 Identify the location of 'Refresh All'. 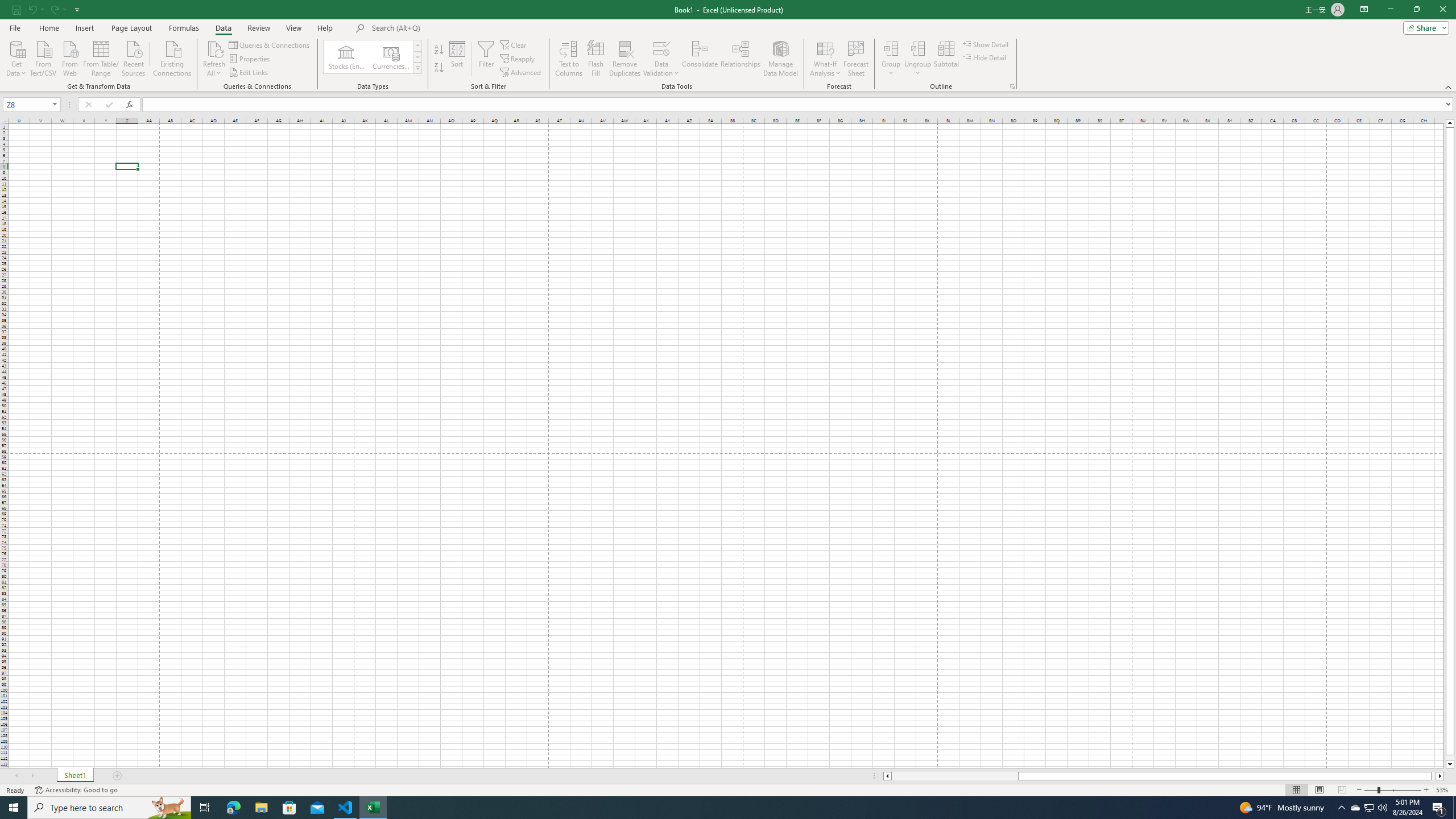
(214, 48).